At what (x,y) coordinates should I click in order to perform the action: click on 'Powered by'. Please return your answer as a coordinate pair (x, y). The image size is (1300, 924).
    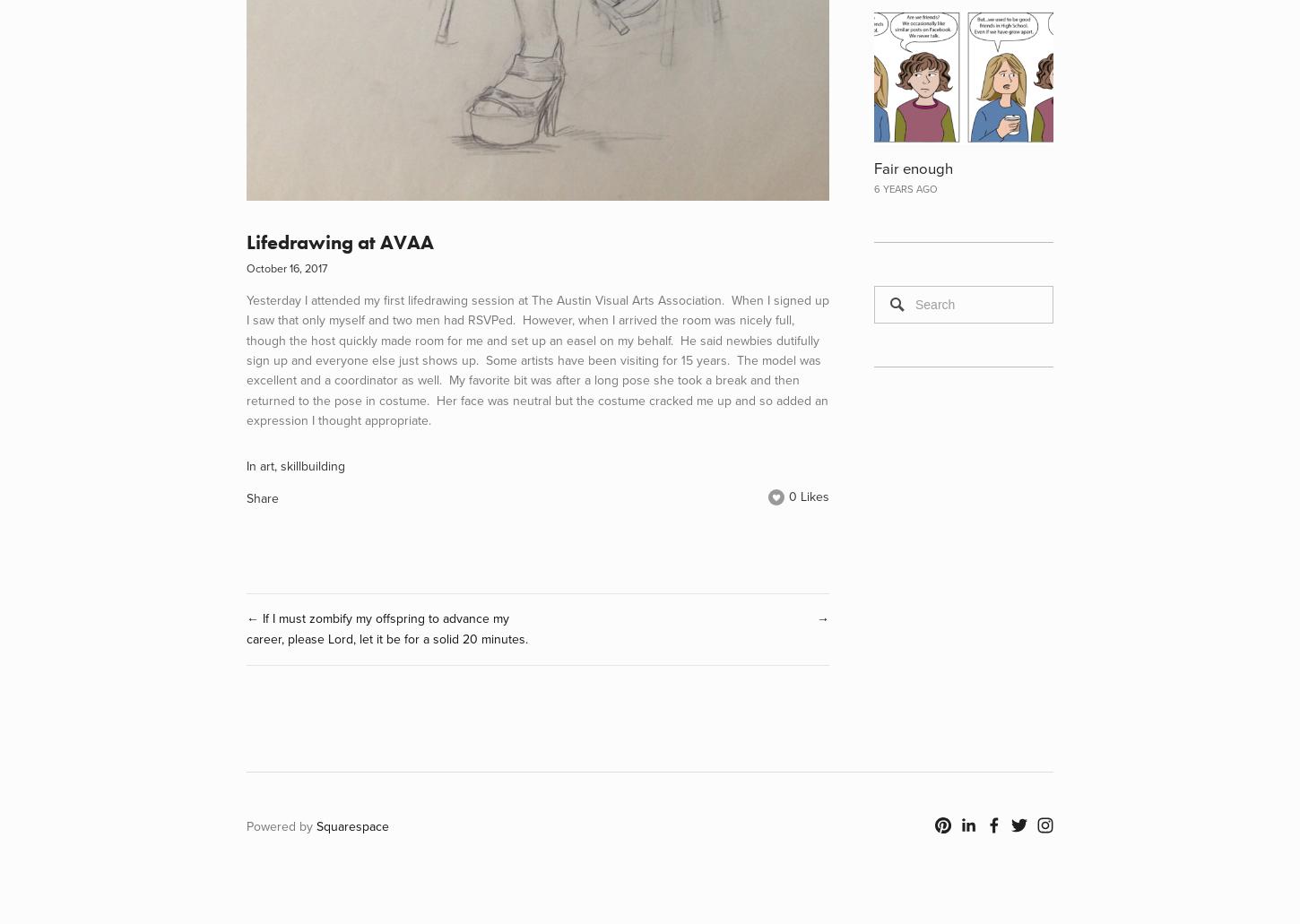
    Looking at the image, I should click on (282, 826).